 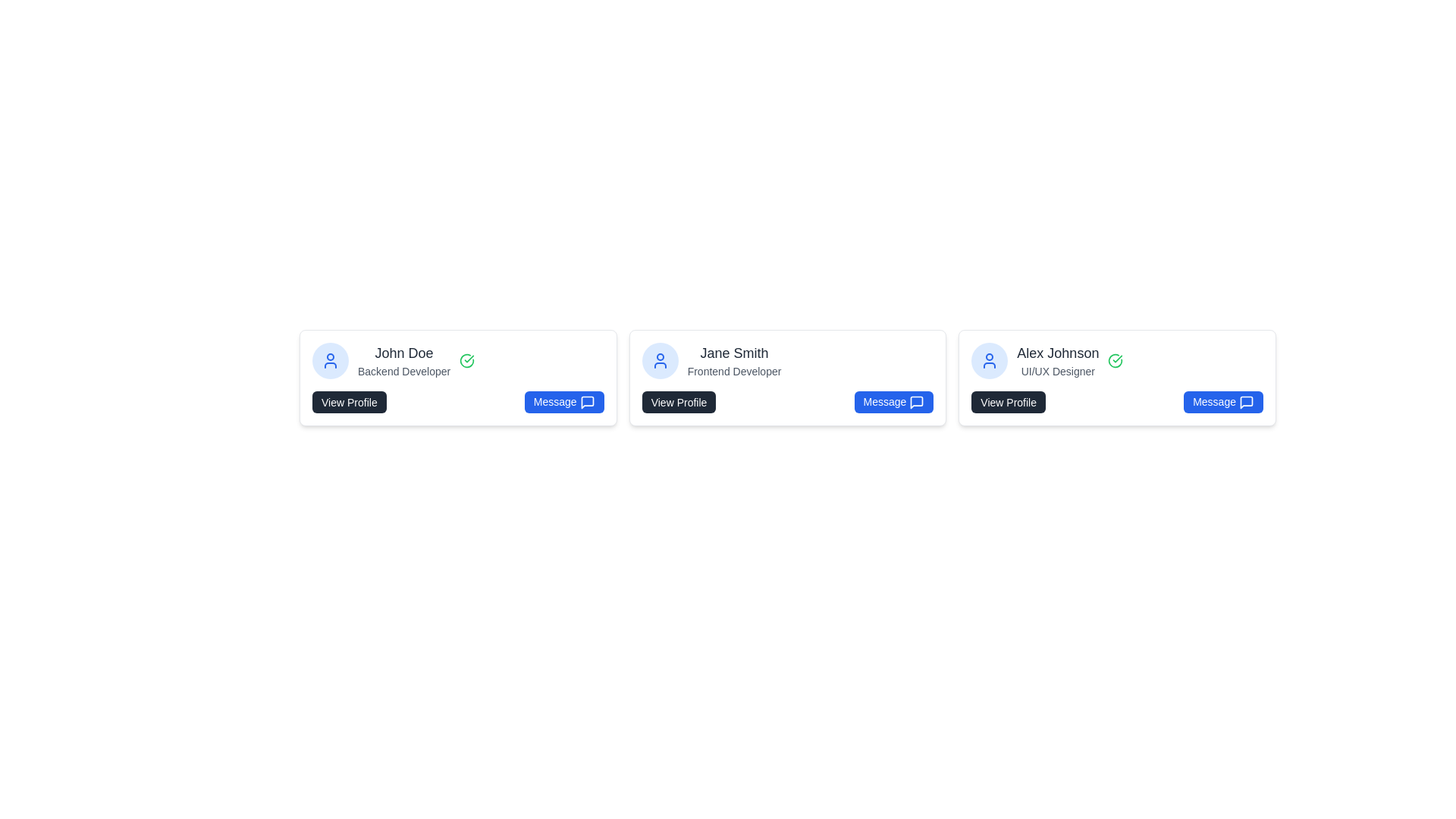 What do you see at coordinates (457, 377) in the screenshot?
I see `the first Profile Card in the grid displaying user profile summary options` at bounding box center [457, 377].